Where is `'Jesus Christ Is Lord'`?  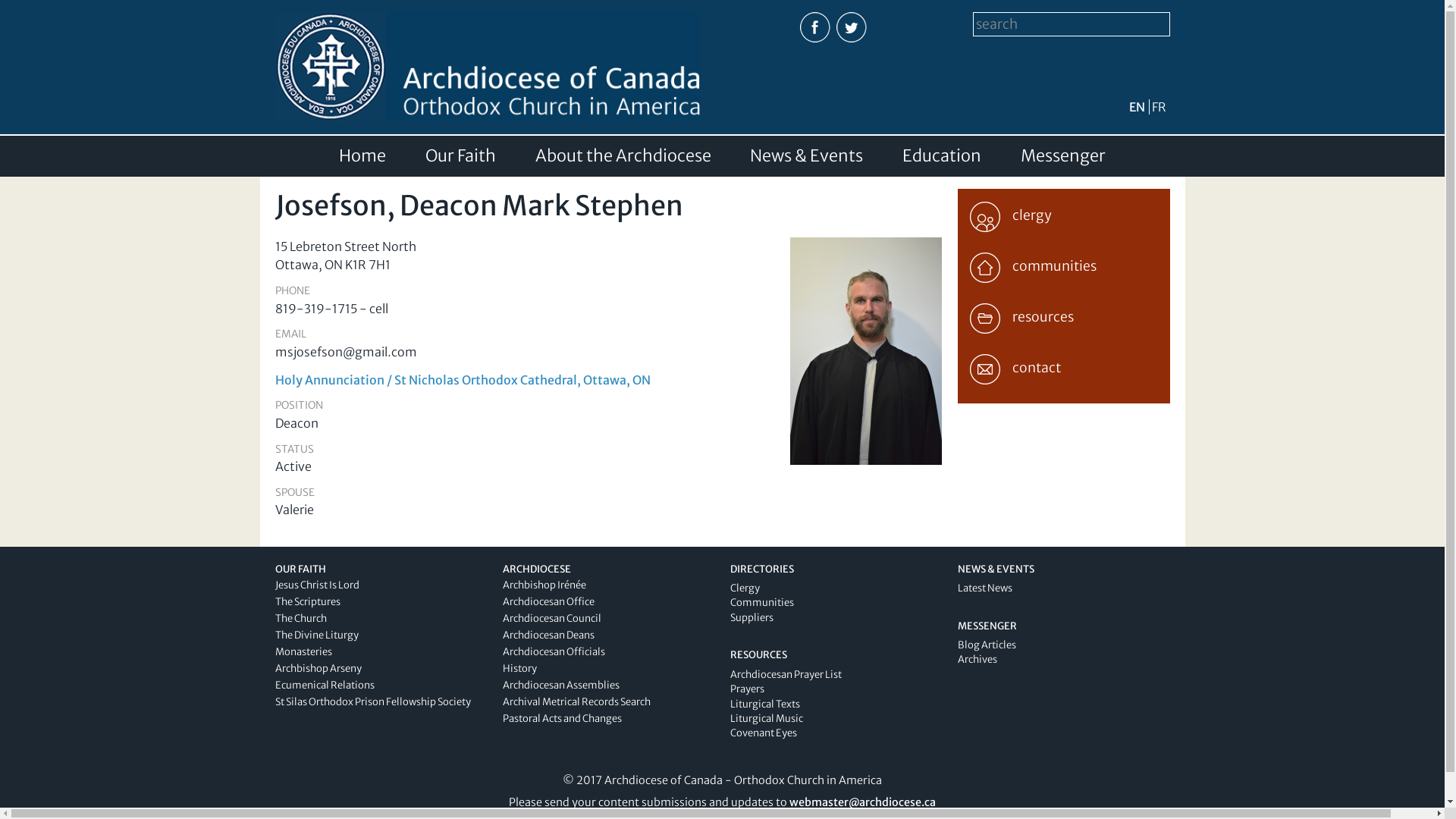 'Jesus Christ Is Lord' is located at coordinates (274, 584).